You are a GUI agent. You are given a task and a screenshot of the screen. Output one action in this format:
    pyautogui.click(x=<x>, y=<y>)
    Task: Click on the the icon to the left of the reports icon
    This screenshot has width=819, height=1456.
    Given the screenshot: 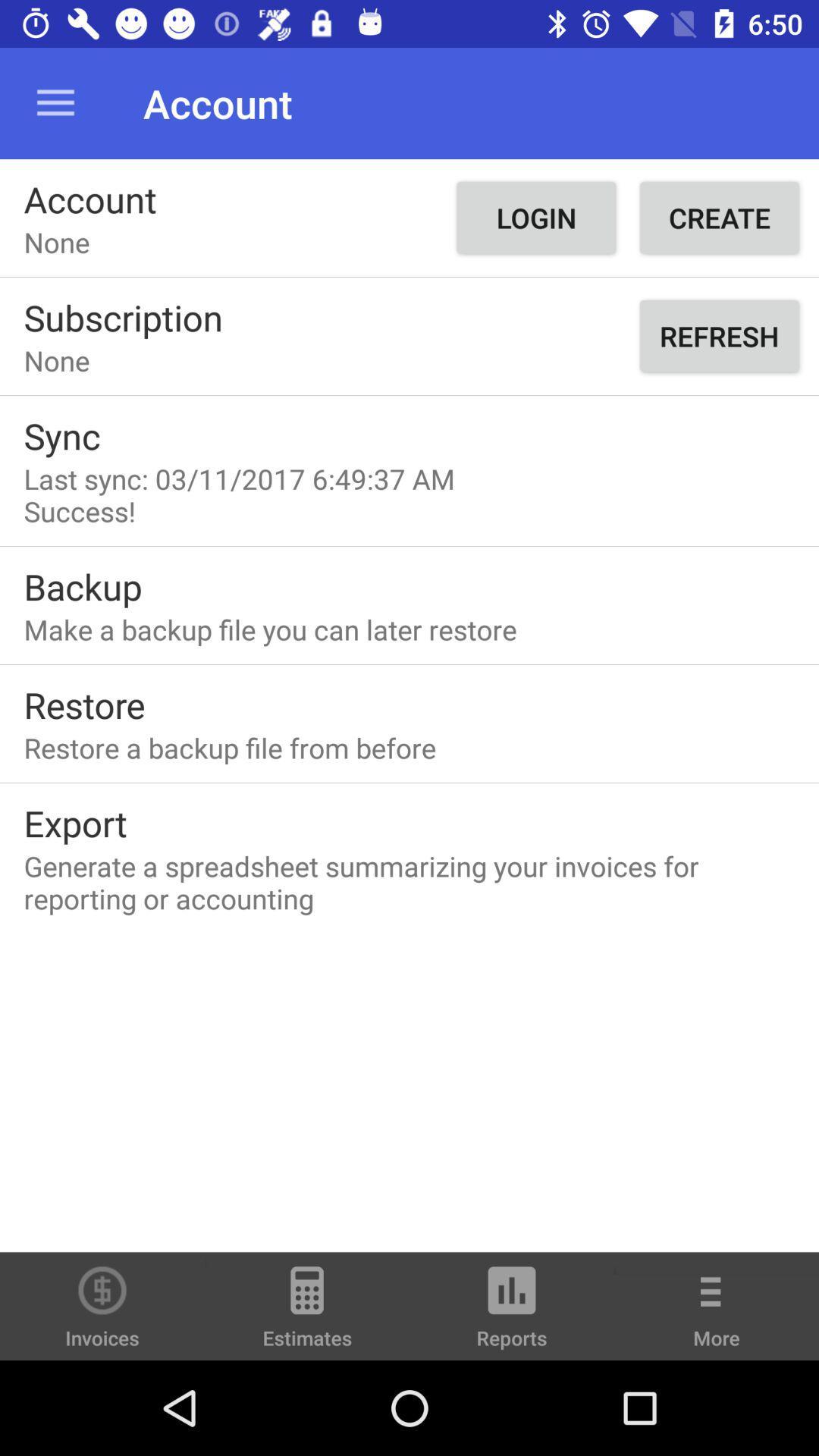 What is the action you would take?
    pyautogui.click(x=307, y=1313)
    